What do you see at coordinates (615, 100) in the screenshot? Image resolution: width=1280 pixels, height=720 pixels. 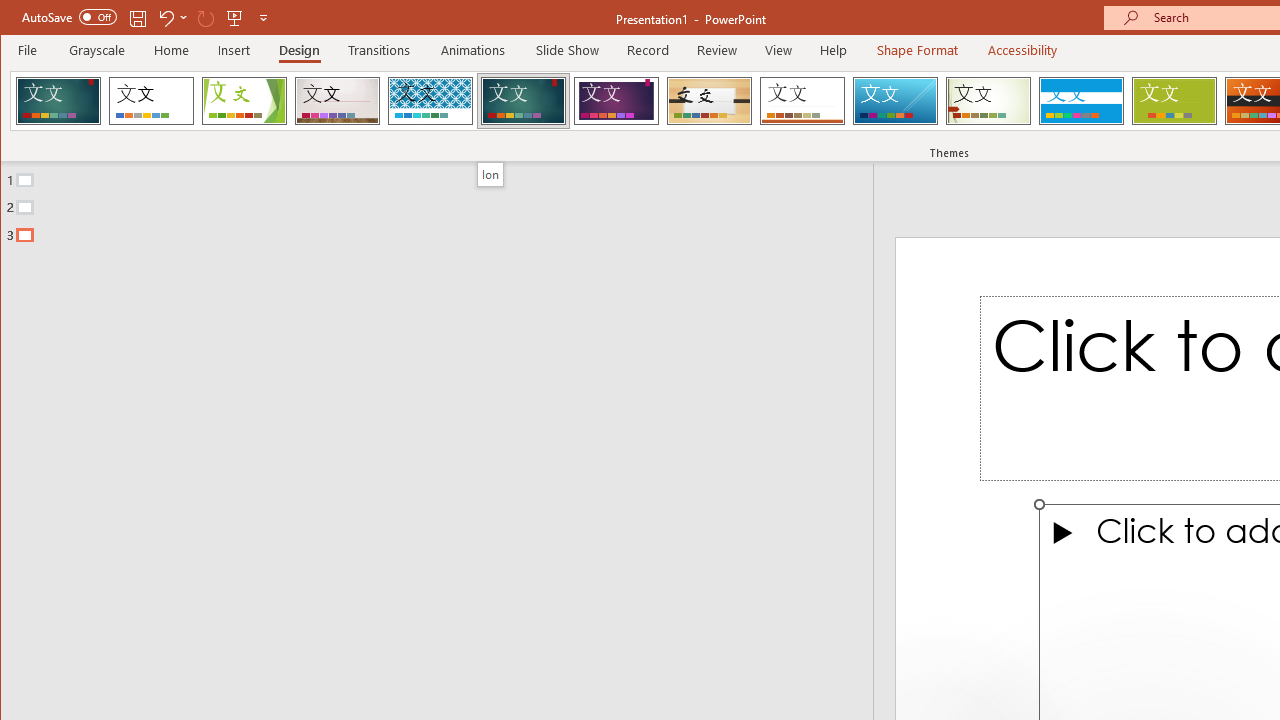 I see `'Ion Boardroom'` at bounding box center [615, 100].